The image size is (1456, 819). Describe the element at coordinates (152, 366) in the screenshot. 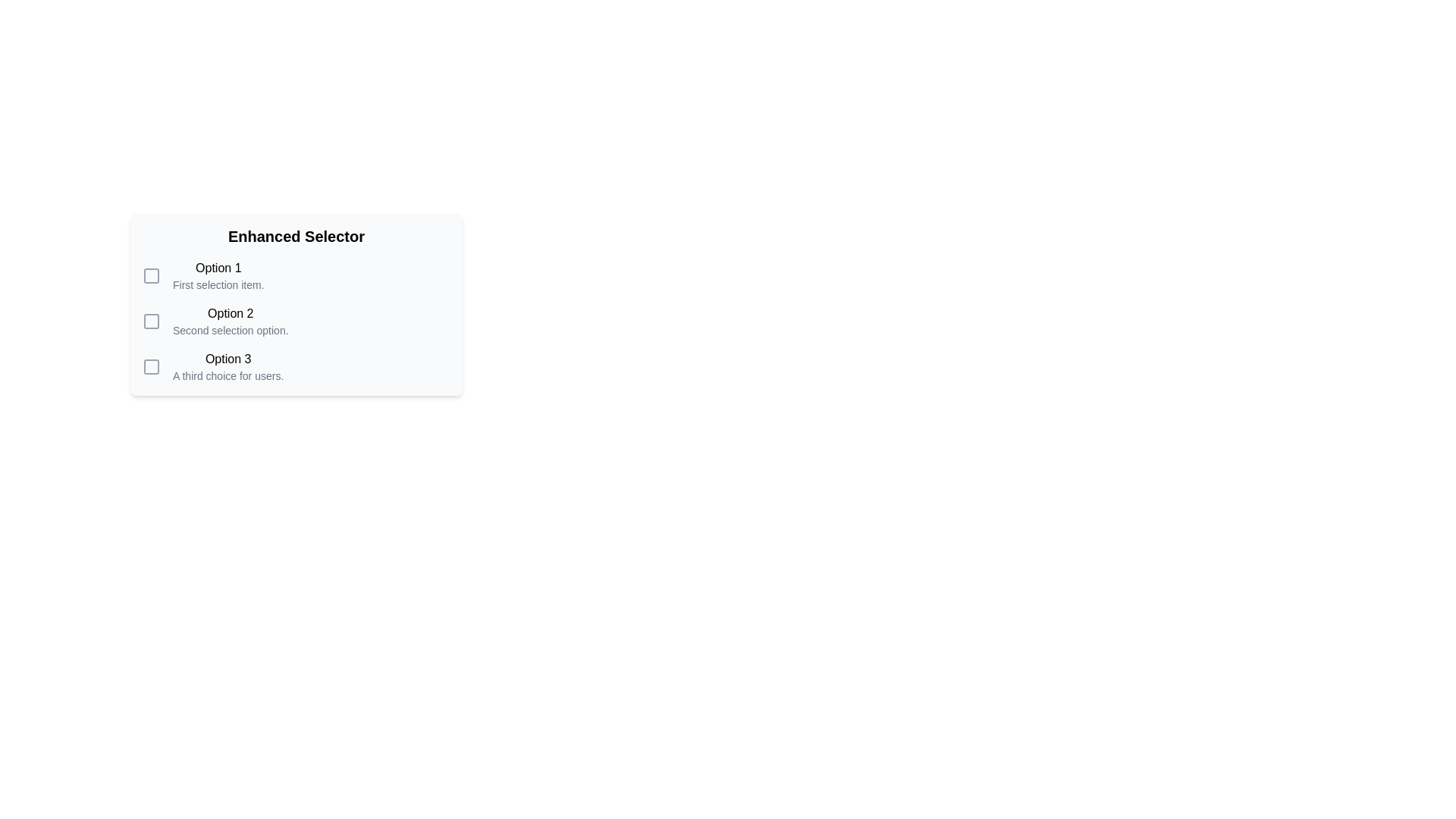

I see `the interactive checkbox located to the left of the label 'Option 3', which is the last item in a vertically-aligned list of checkboxes` at that location.